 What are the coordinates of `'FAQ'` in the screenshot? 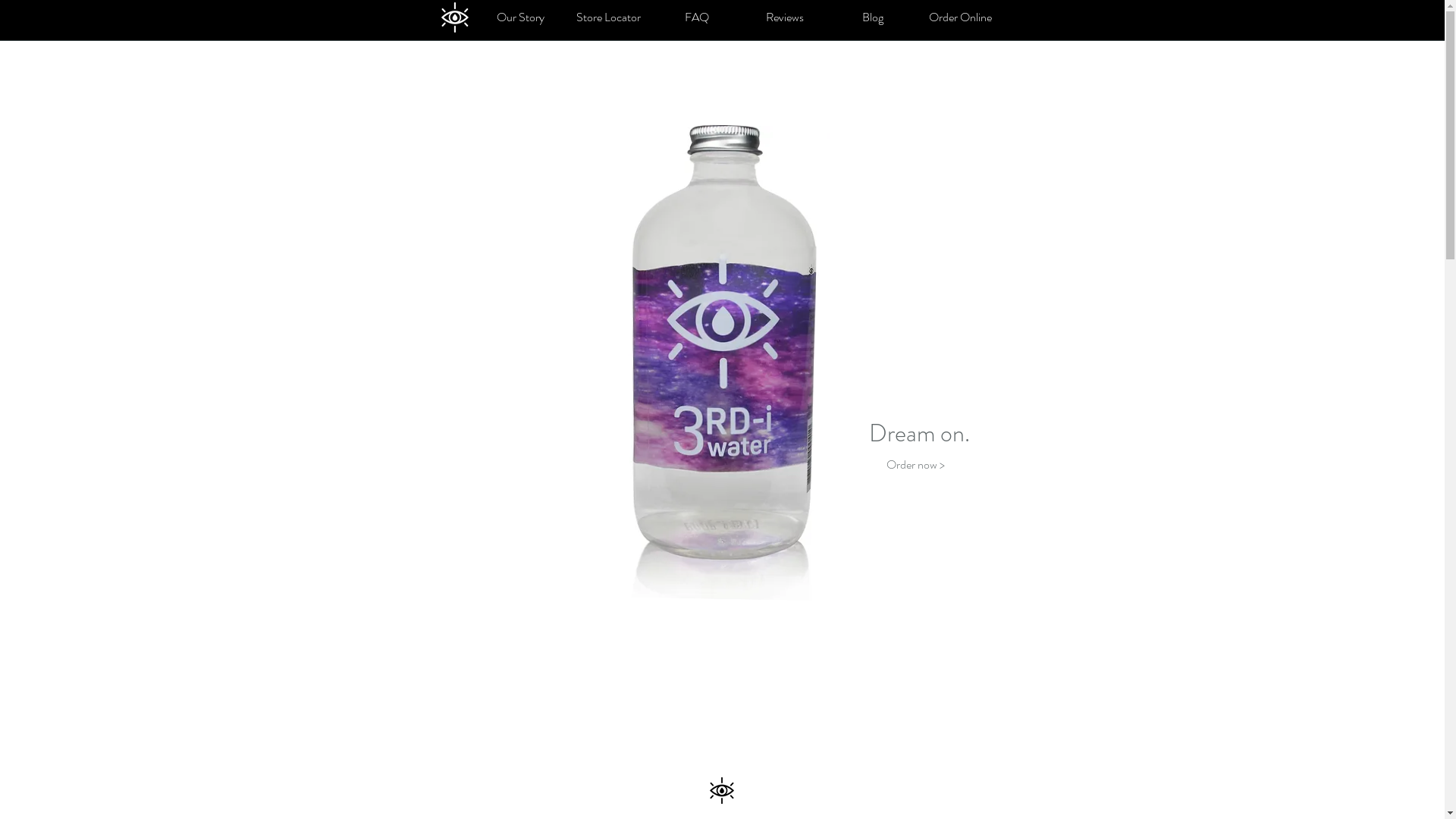 It's located at (695, 17).